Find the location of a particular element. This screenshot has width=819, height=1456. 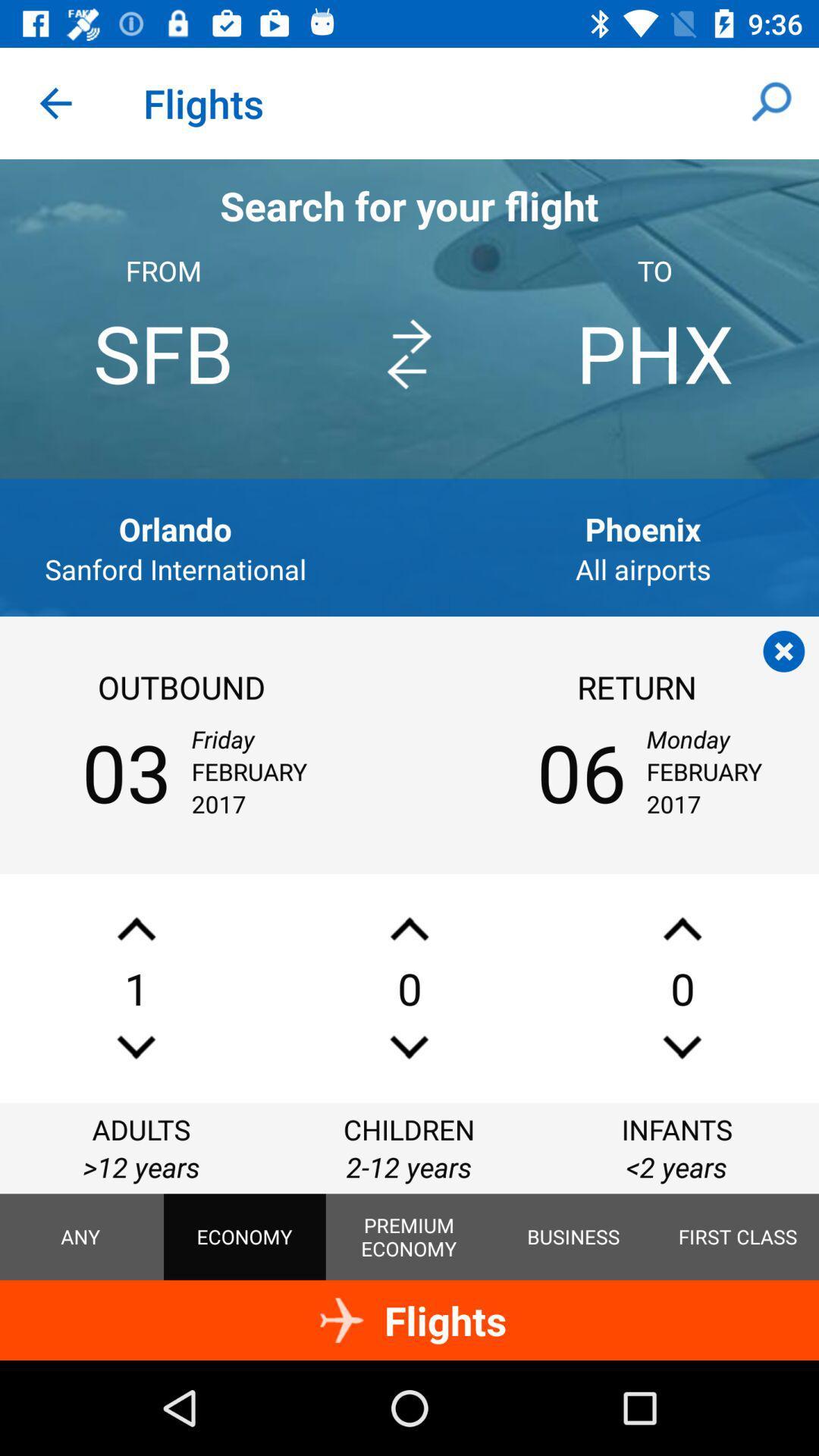

another person is located at coordinates (136, 928).